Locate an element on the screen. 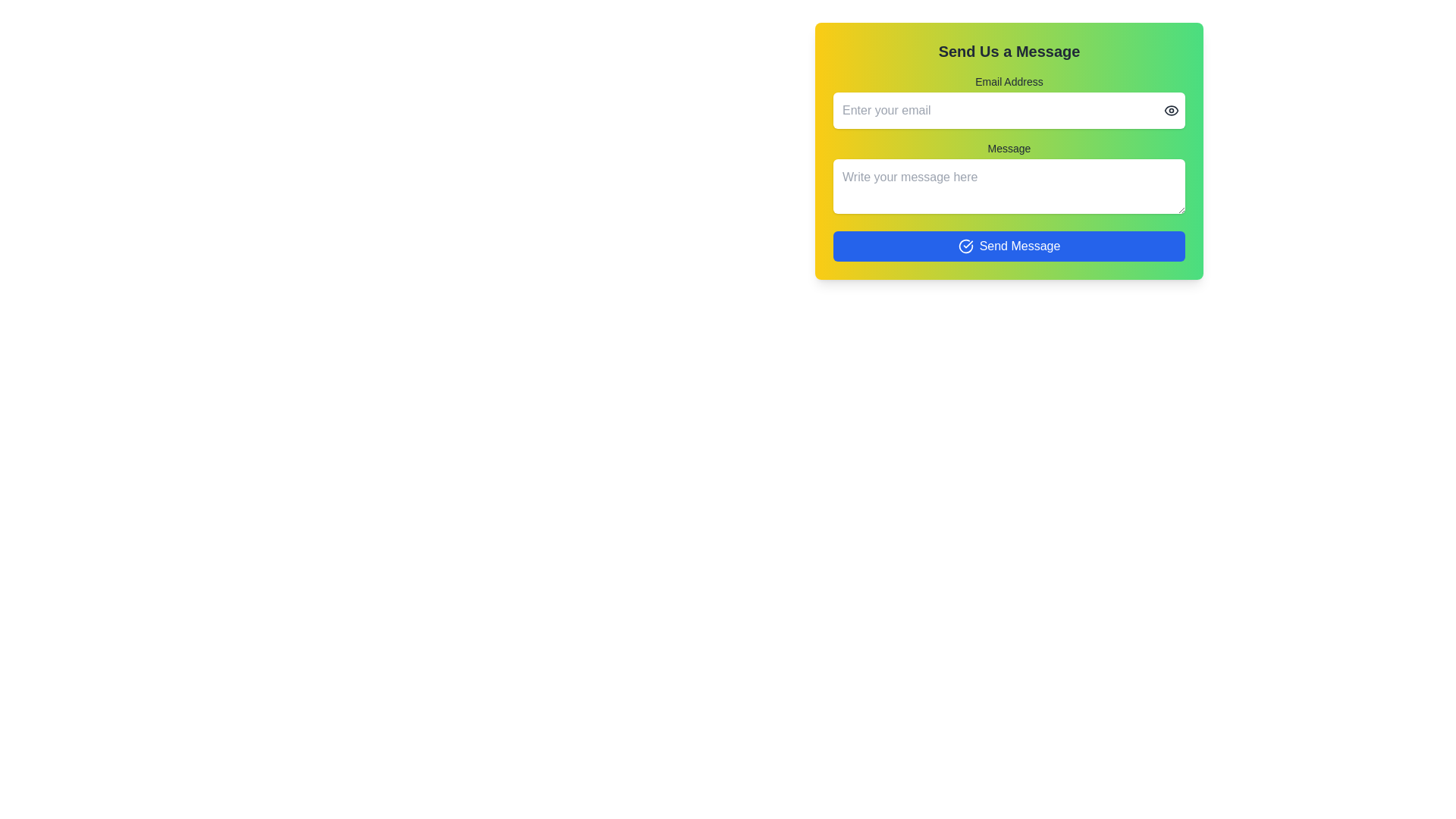 Image resolution: width=1456 pixels, height=819 pixels. the checkmark icon inside the blue 'Send Message' button located at the bottom of the form is located at coordinates (965, 245).